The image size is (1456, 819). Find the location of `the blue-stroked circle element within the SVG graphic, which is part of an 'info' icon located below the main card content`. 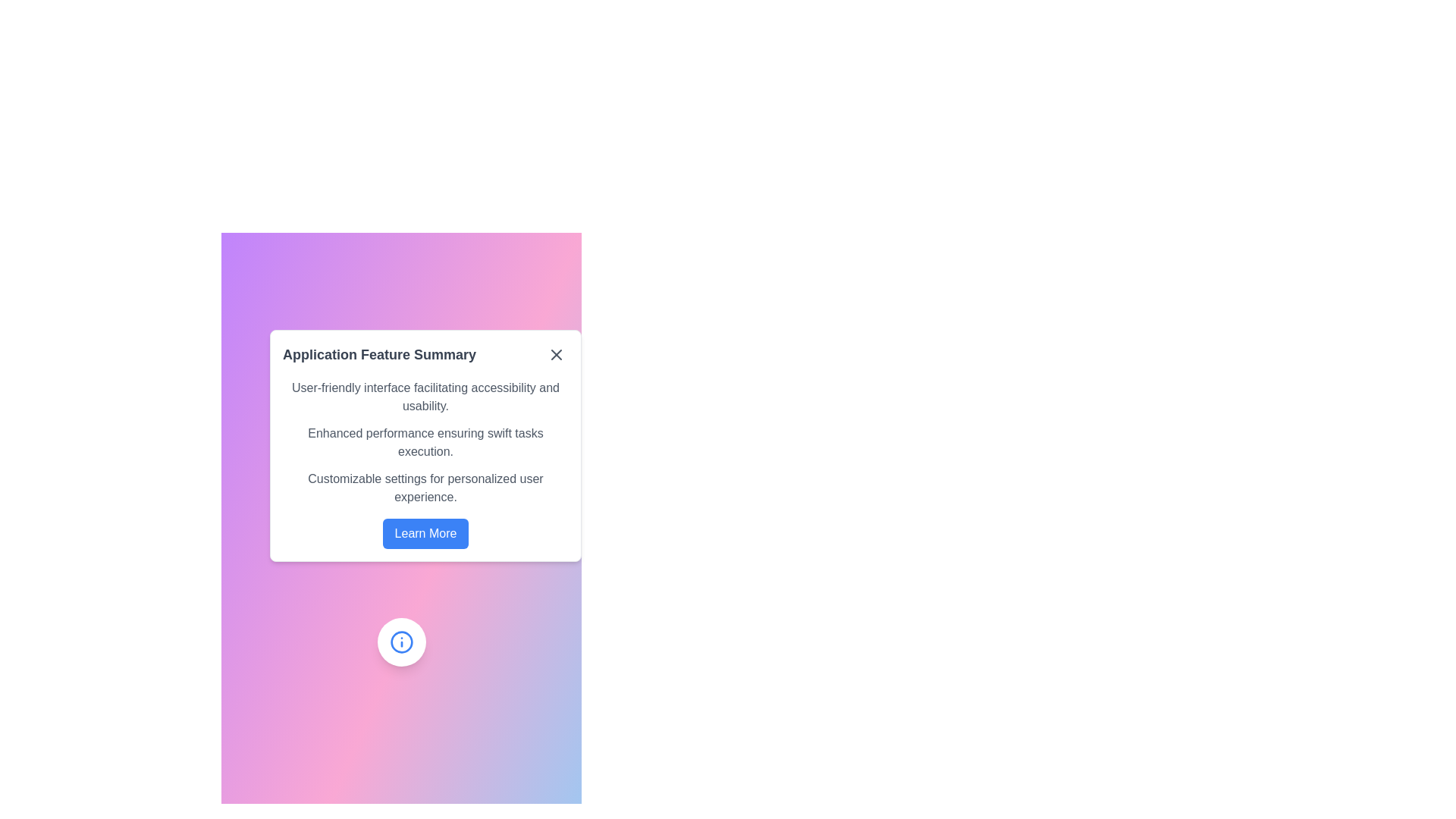

the blue-stroked circle element within the SVG graphic, which is part of an 'info' icon located below the main card content is located at coordinates (401, 642).